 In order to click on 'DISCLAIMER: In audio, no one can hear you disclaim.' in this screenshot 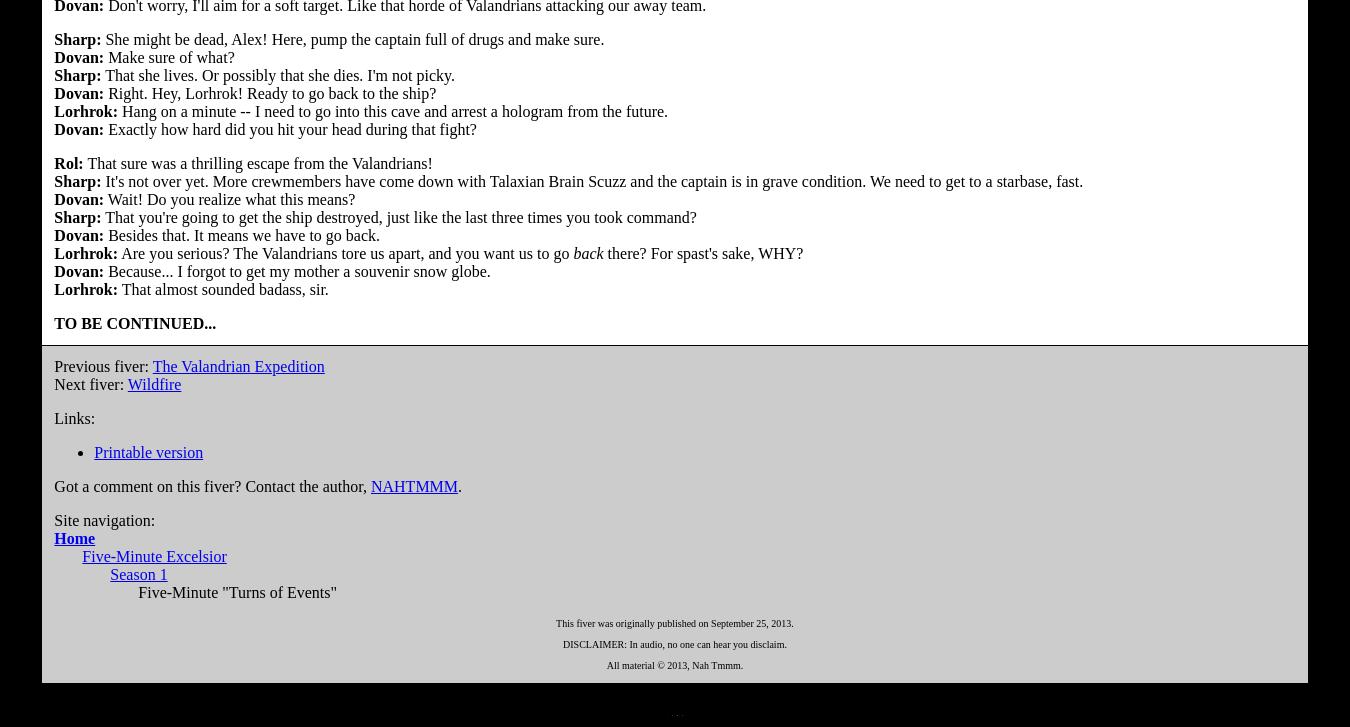, I will do `click(561, 642)`.